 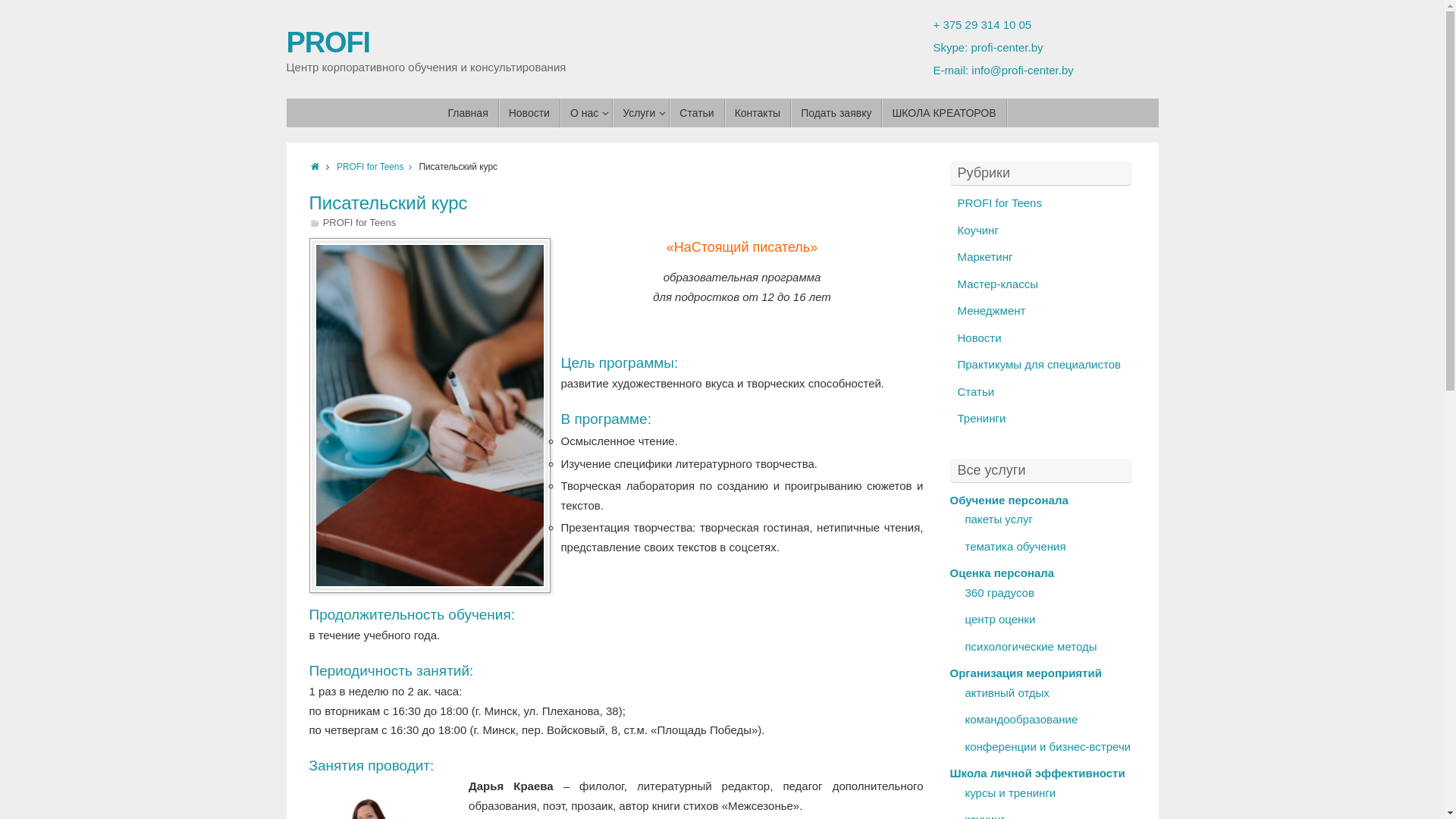 What do you see at coordinates (971, 70) in the screenshot?
I see `'info@profi-center.by'` at bounding box center [971, 70].